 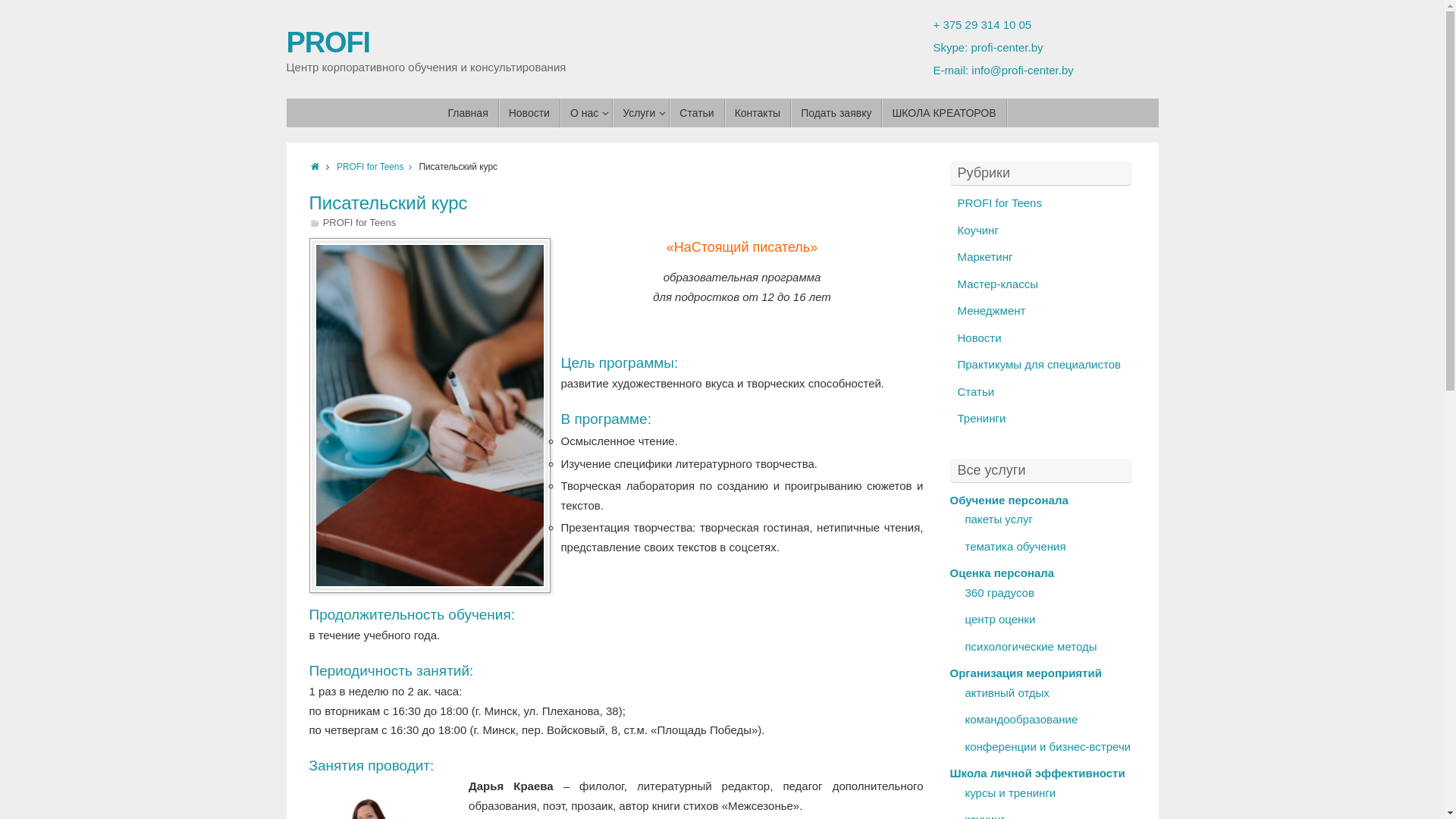 What do you see at coordinates (971, 70) in the screenshot?
I see `'info@profi-center.by'` at bounding box center [971, 70].